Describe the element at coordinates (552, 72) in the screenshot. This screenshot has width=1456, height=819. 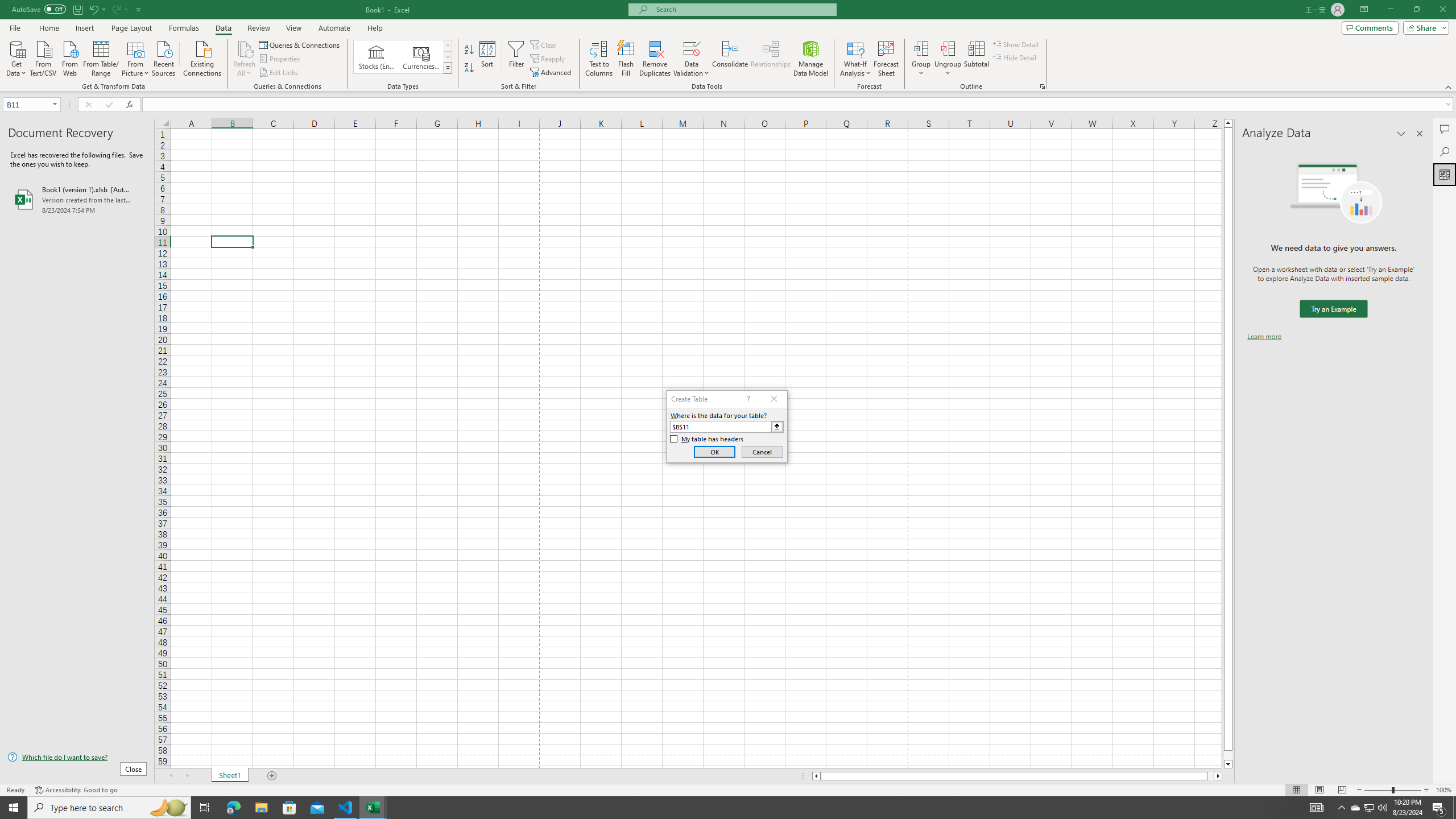
I see `'Advanced...'` at that location.